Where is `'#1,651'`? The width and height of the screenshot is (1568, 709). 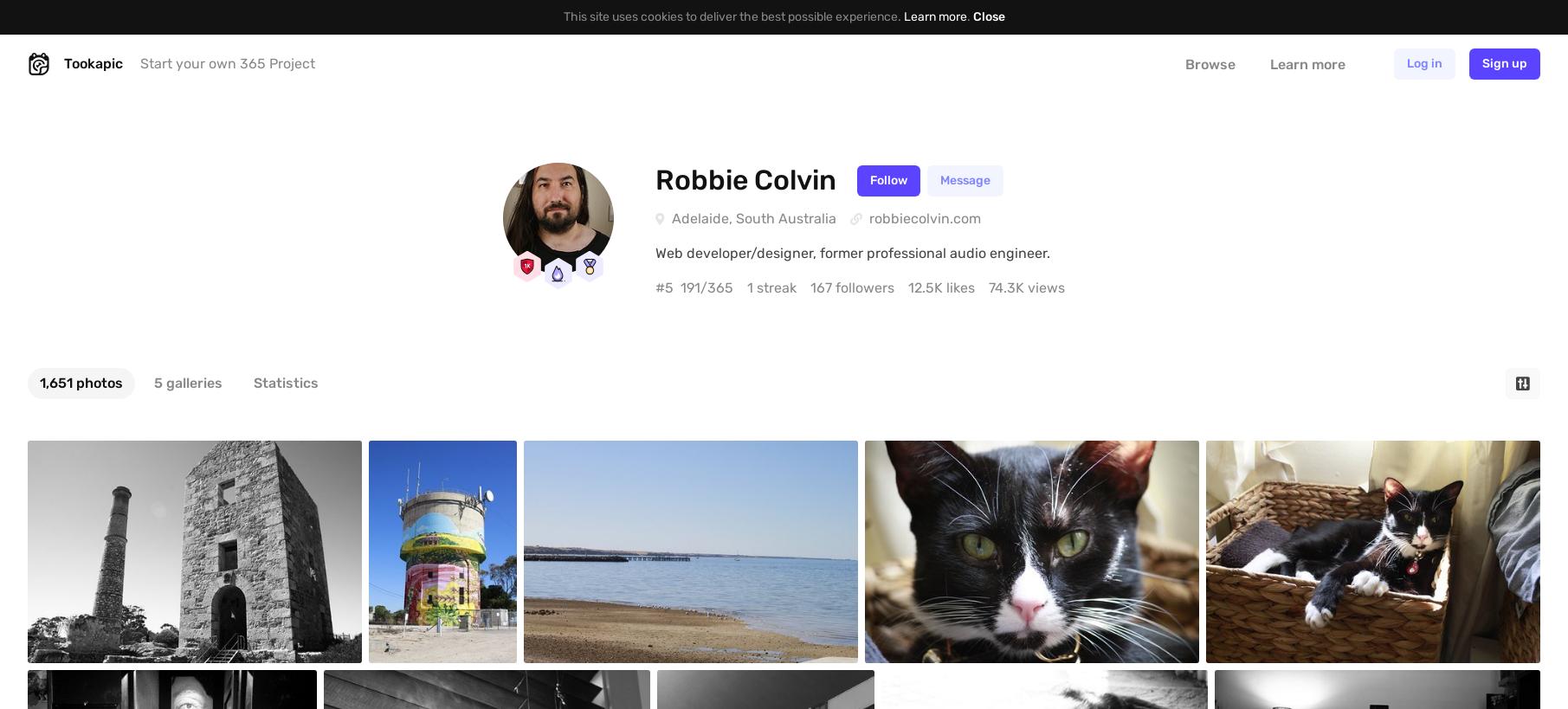 '#1,651' is located at coordinates (35, 467).